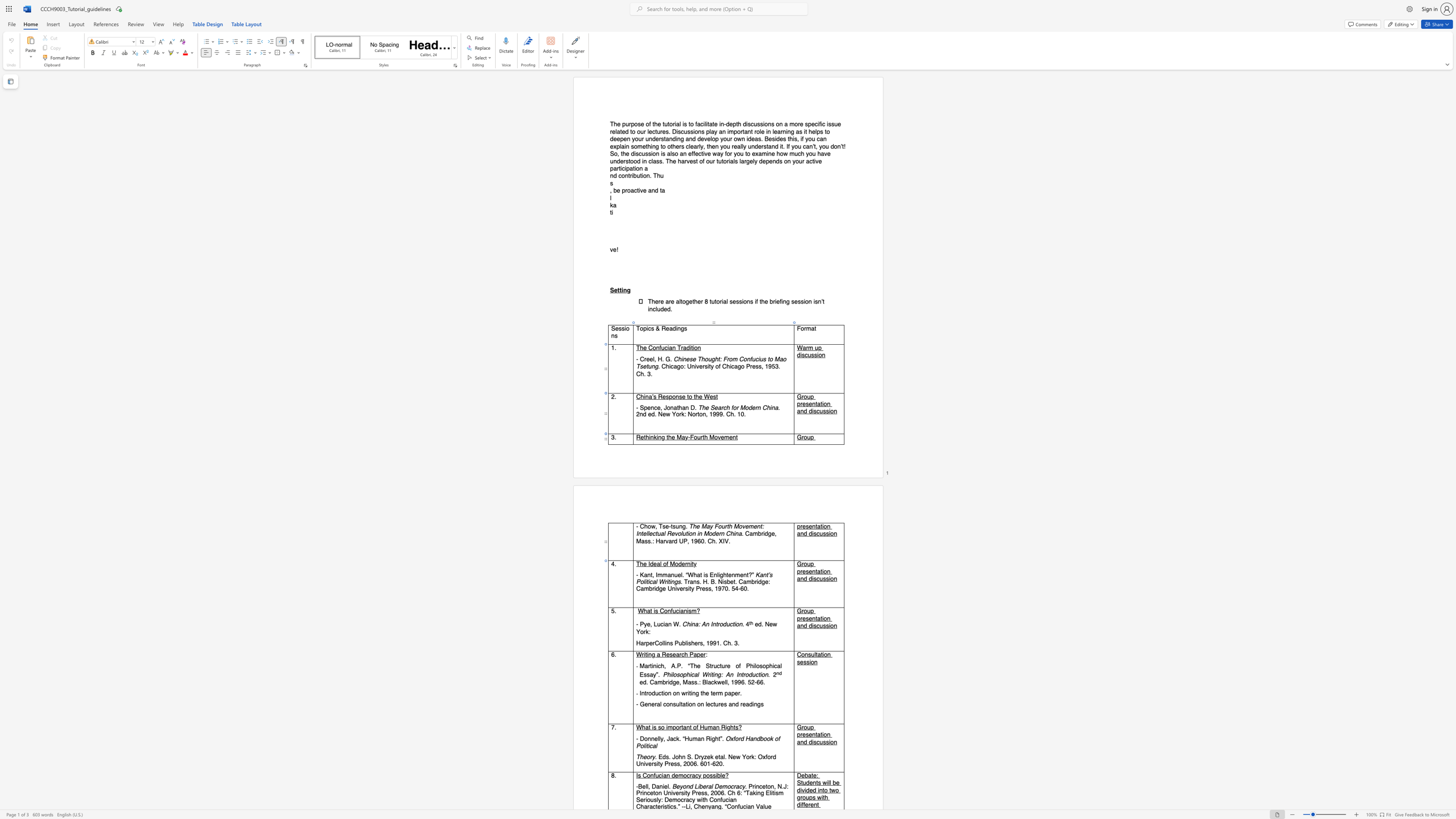  Describe the element at coordinates (807, 527) in the screenshot. I see `the 1th character "s" in the text` at that location.